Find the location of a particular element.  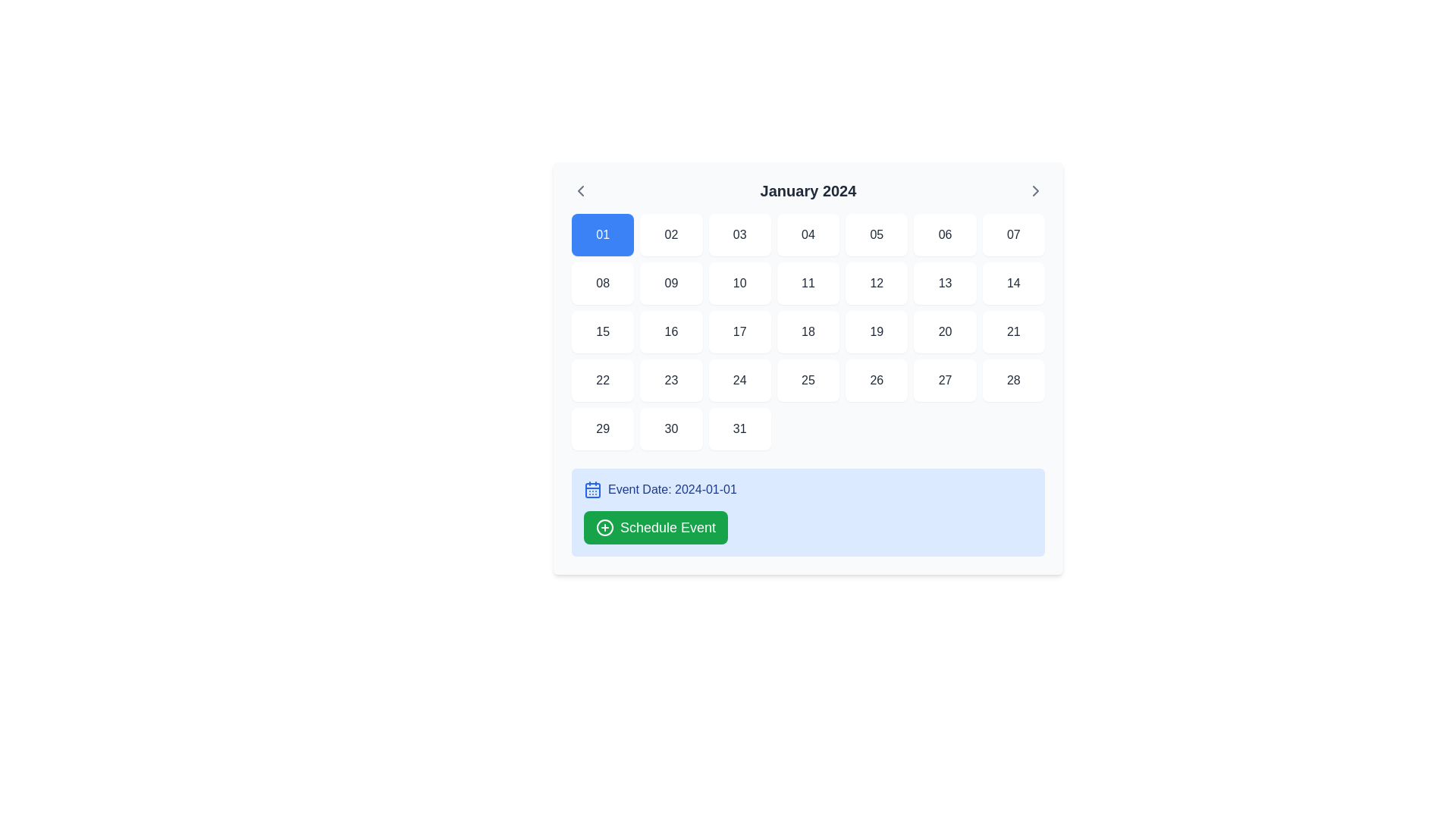

the calendar day button labeled '24' is located at coordinates (739, 379).